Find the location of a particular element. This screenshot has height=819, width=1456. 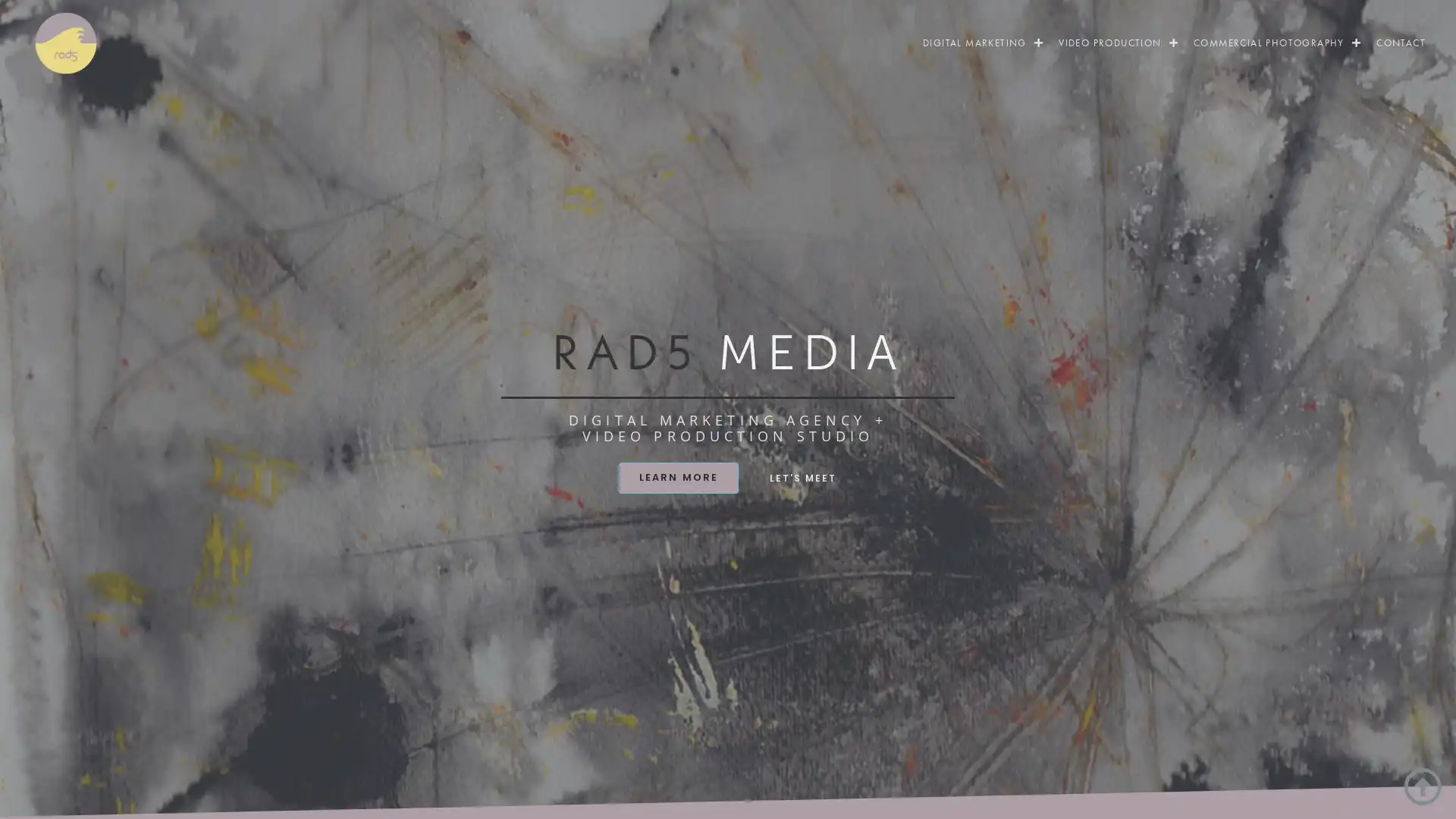

LEARN MORE is located at coordinates (677, 476).